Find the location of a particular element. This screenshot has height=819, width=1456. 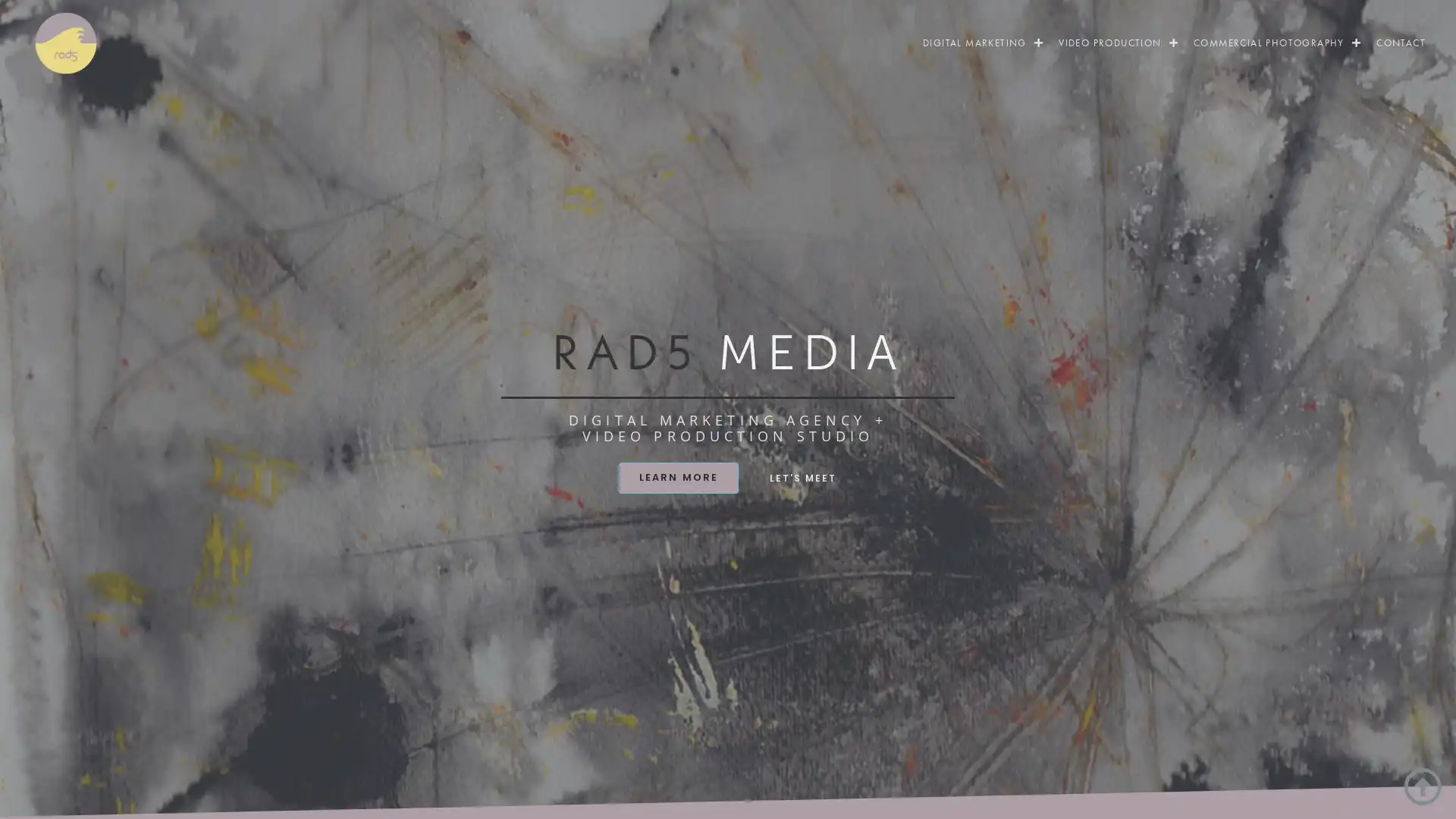

LEARN MORE is located at coordinates (677, 476).